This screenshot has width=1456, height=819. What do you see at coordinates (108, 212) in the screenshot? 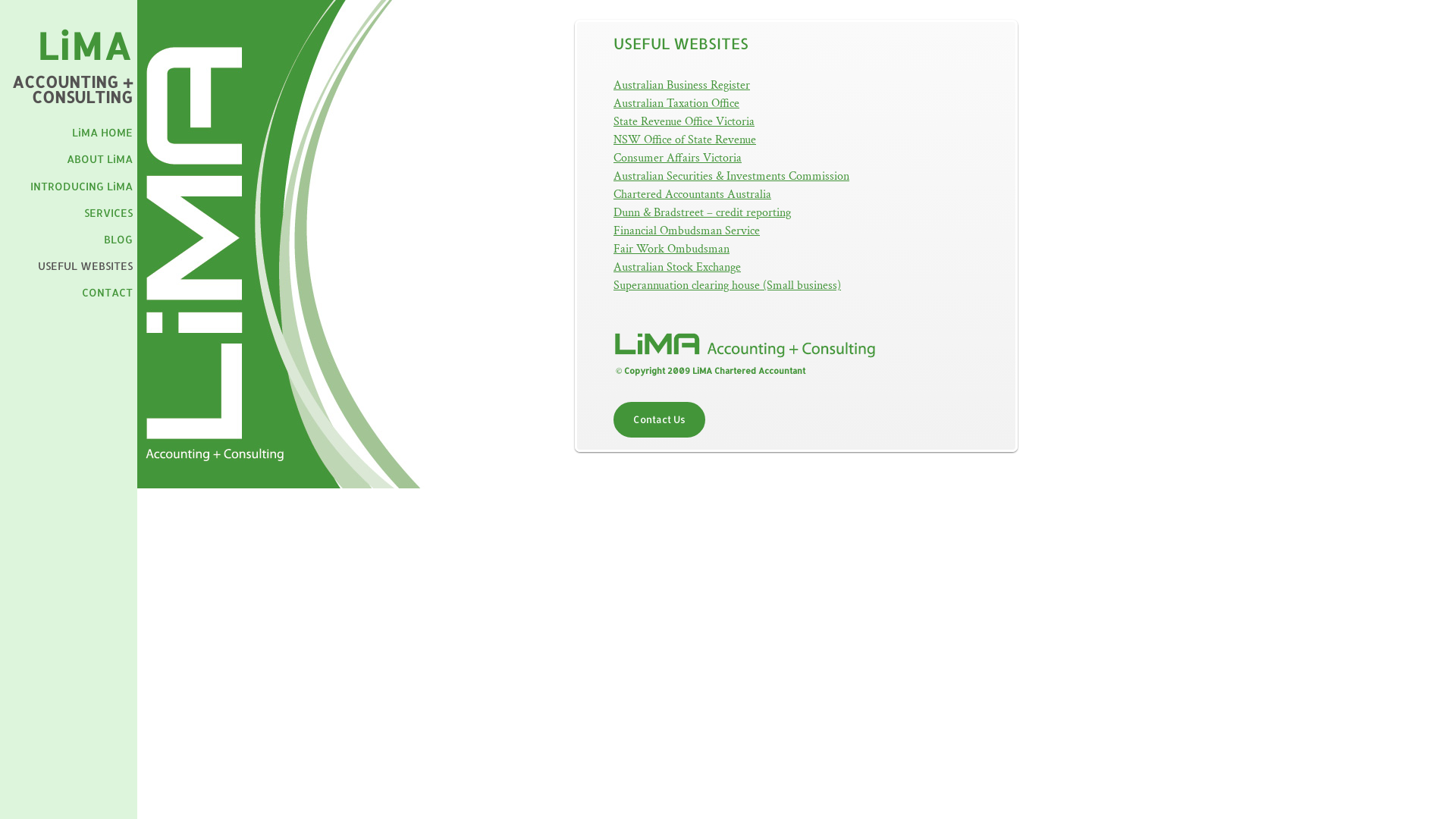
I see `'SERVICES'` at bounding box center [108, 212].